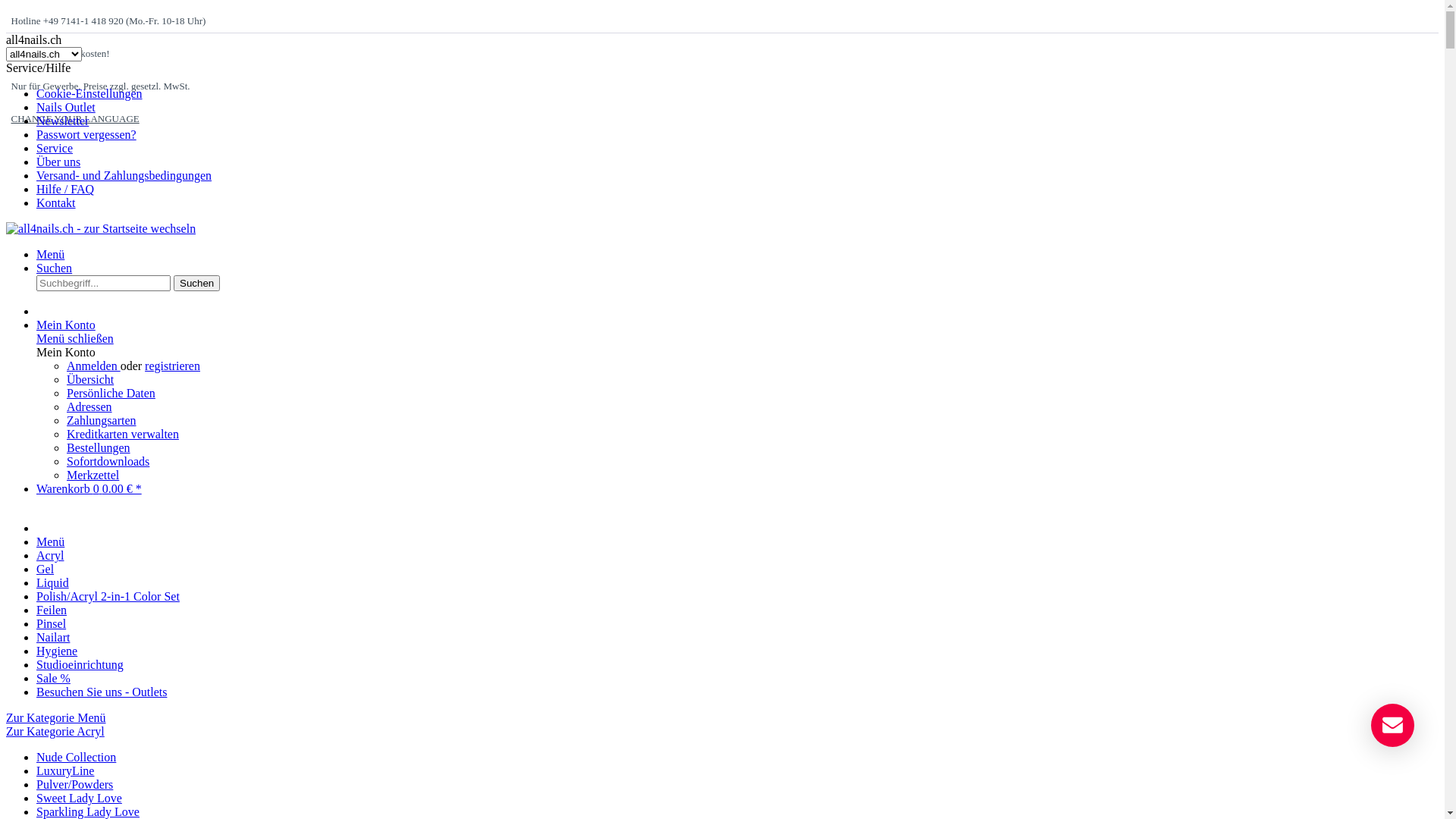  What do you see at coordinates (51, 609) in the screenshot?
I see `'Feilen'` at bounding box center [51, 609].